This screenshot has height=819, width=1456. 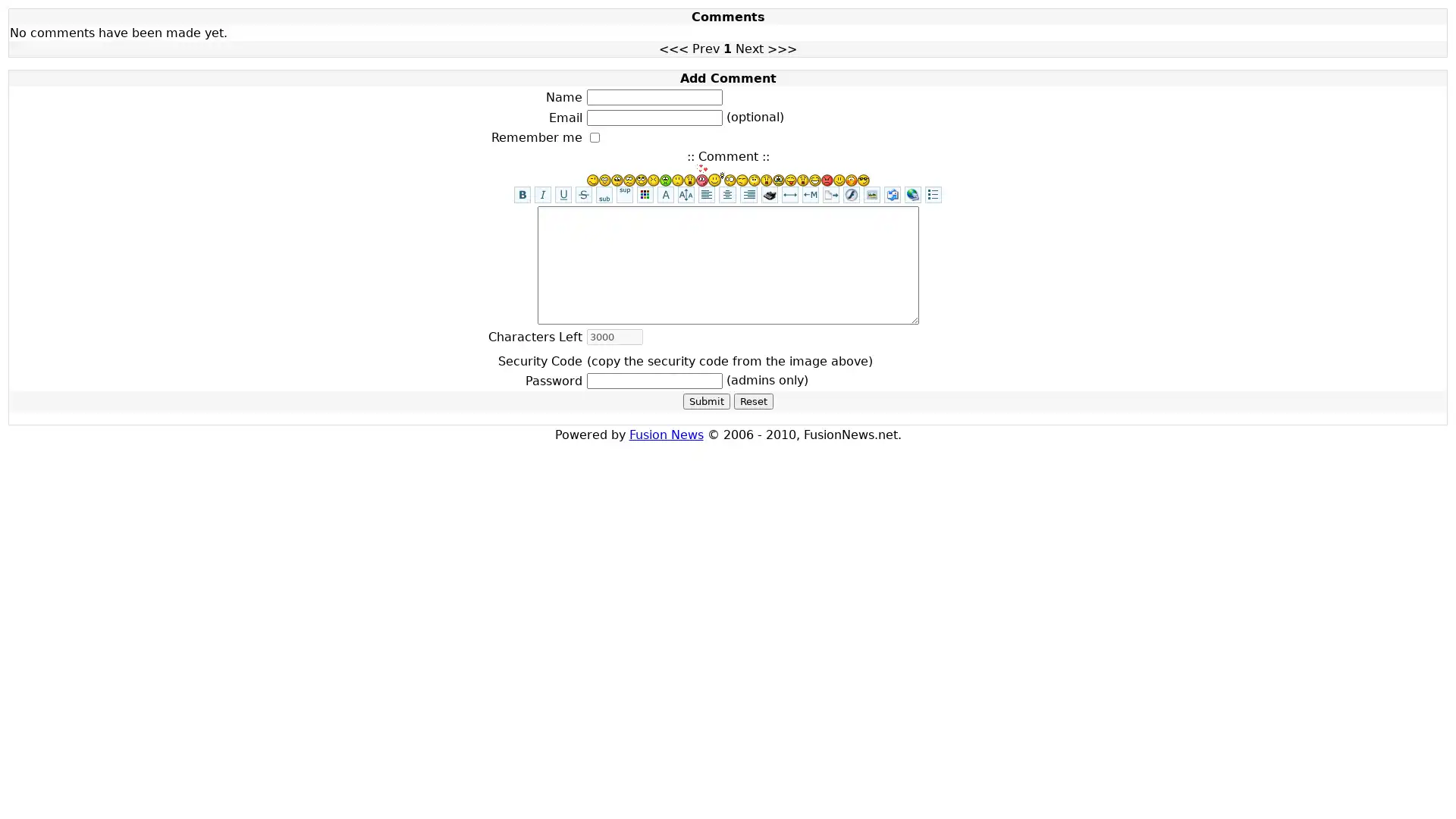 I want to click on Reset, so click(x=753, y=400).